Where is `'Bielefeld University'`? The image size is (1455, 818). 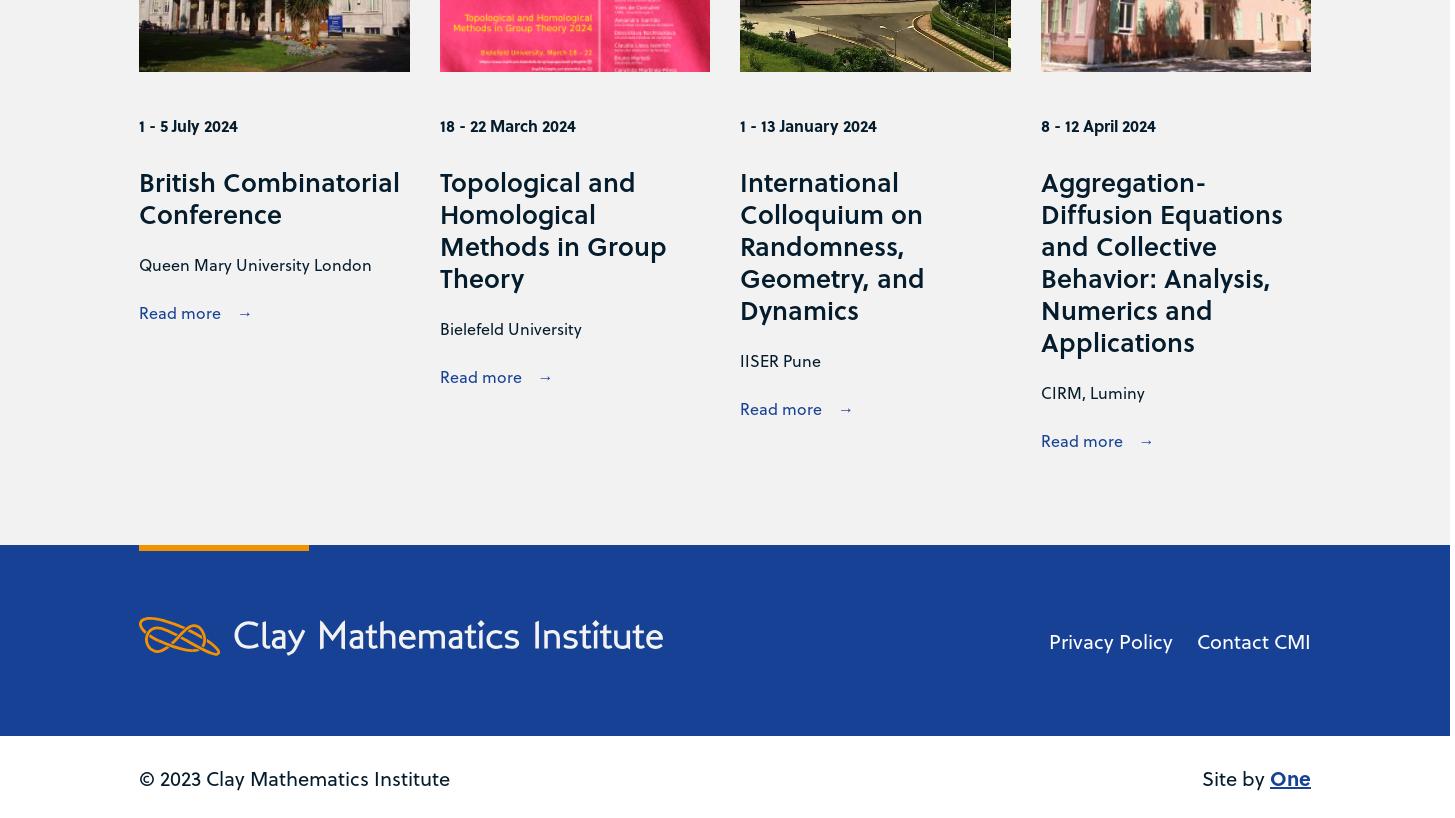
'Bielefeld University' is located at coordinates (509, 326).